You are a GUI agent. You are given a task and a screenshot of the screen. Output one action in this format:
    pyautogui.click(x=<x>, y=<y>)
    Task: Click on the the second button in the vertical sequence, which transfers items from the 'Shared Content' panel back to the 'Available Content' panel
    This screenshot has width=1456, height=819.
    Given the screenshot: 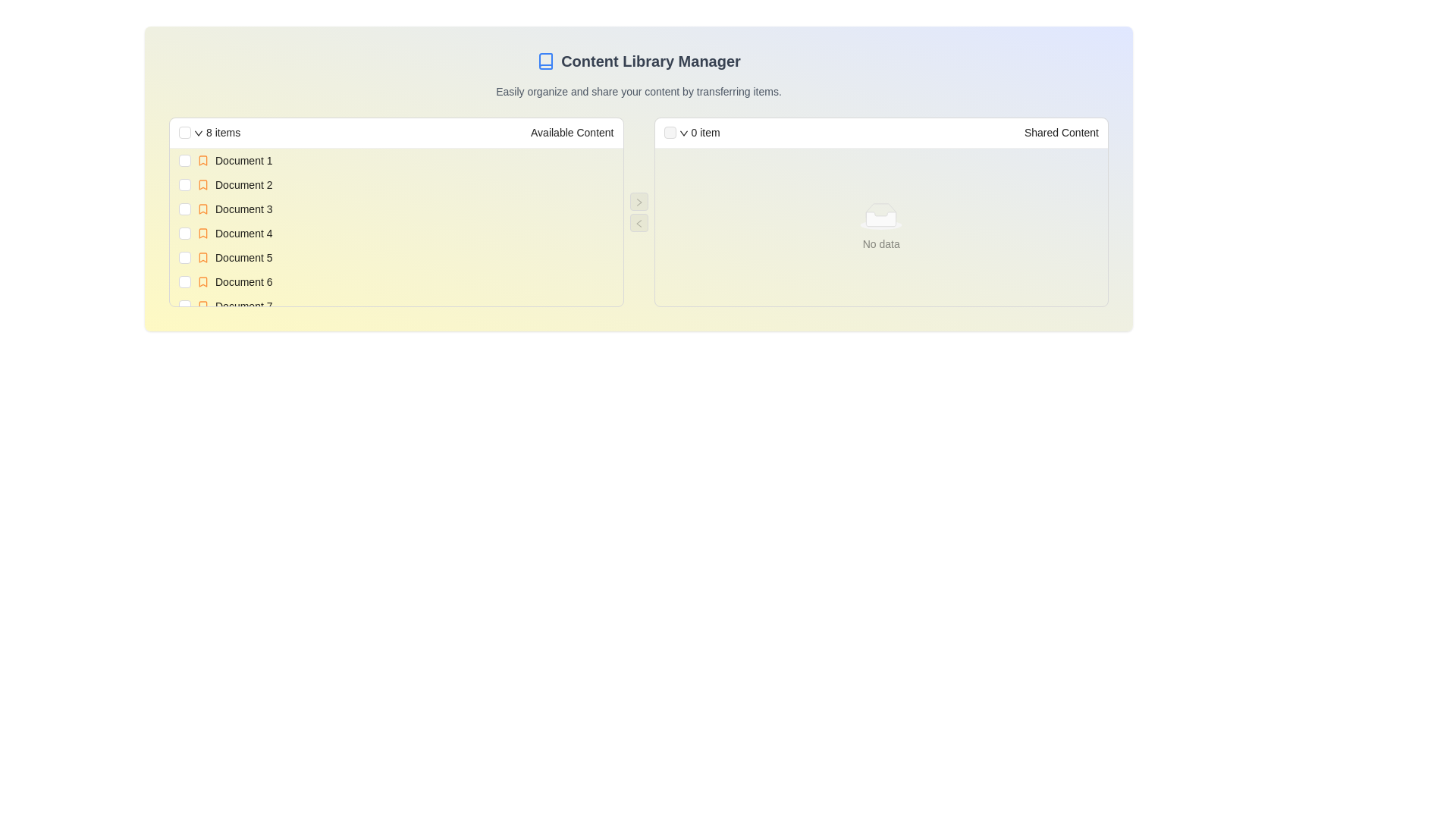 What is the action you would take?
    pyautogui.click(x=639, y=222)
    